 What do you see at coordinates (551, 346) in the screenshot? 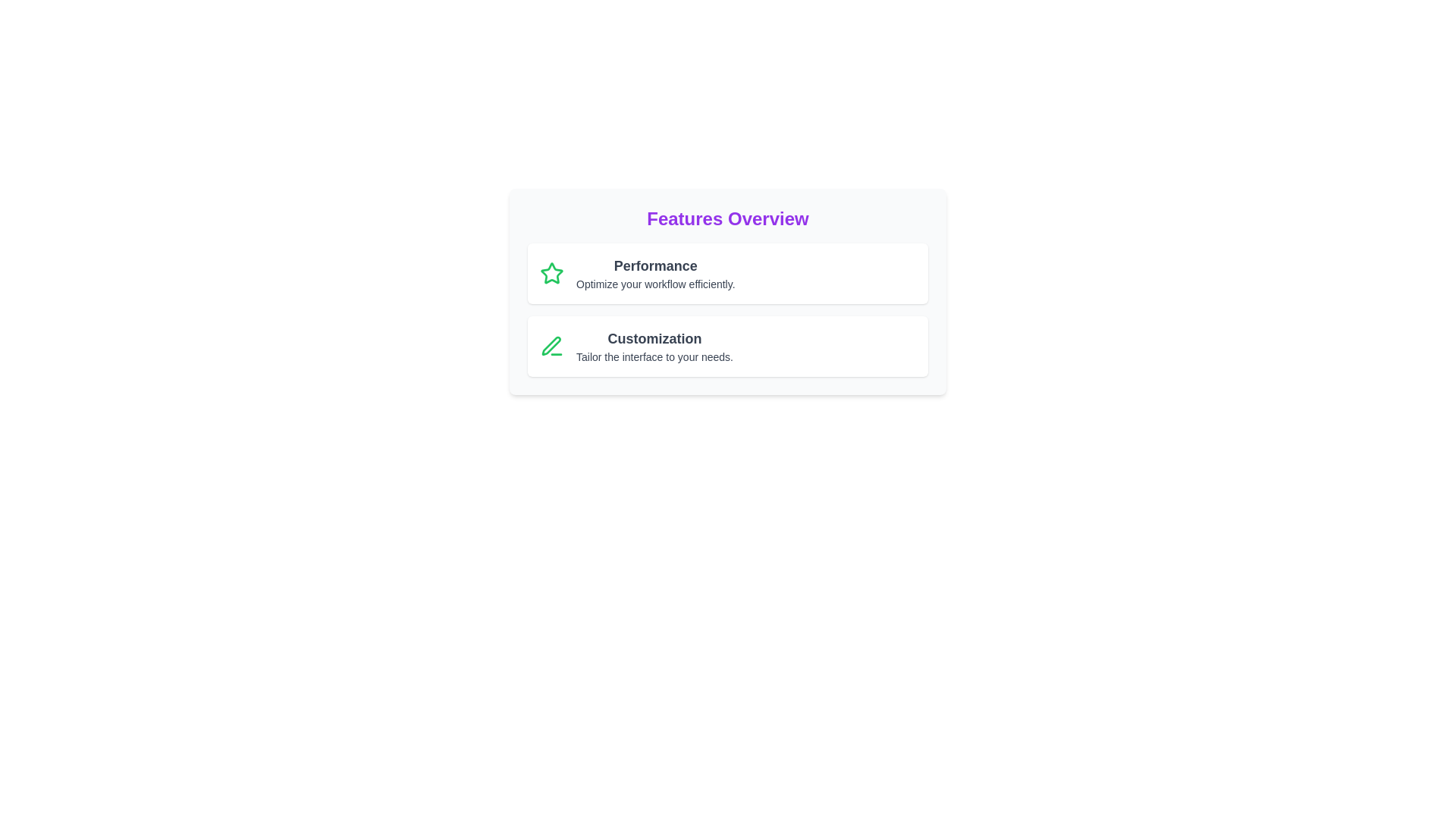
I see `the customization icon located beside the 'Customization' title in the second row of the card layout` at bounding box center [551, 346].